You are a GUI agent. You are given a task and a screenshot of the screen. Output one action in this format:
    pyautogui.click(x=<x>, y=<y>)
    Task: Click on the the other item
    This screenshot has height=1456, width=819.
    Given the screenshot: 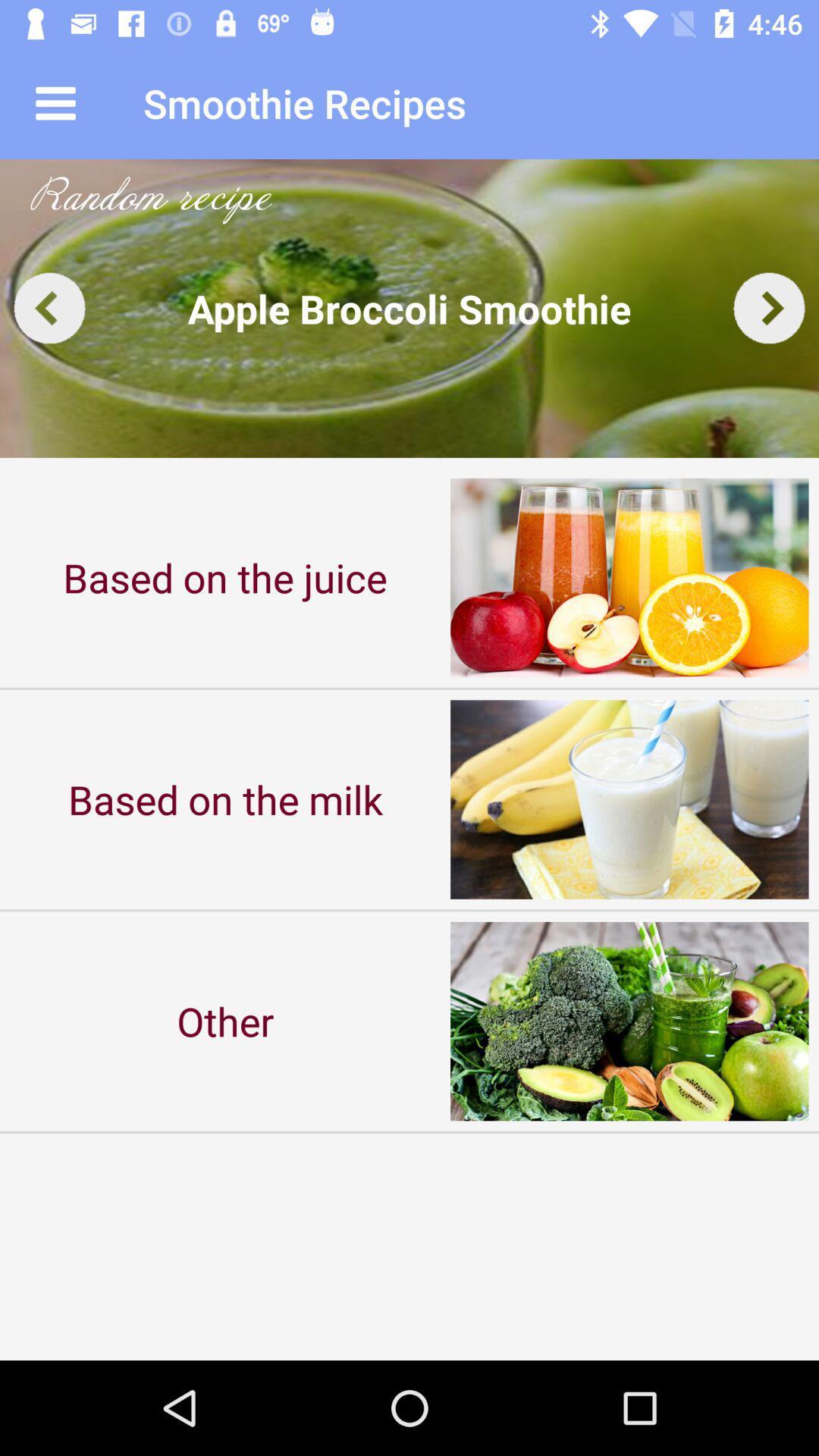 What is the action you would take?
    pyautogui.click(x=225, y=1021)
    